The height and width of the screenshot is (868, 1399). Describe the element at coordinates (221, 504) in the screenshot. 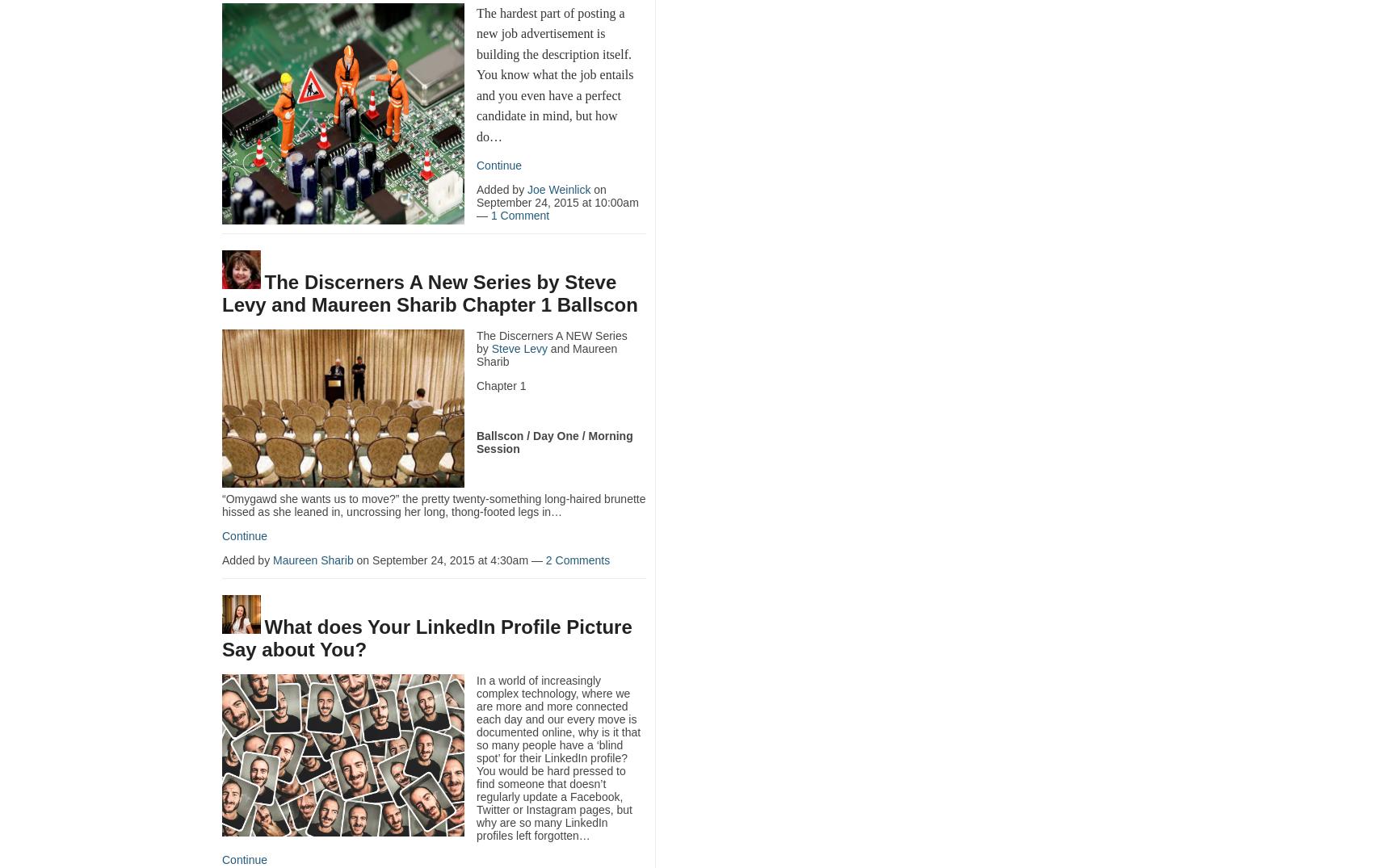

I see `'“Omygawd she wants us to move?” the pretty twenty-something long-haired brunette hissed as she leaned in, uncrossing her long, thong-footed legs in…'` at that location.